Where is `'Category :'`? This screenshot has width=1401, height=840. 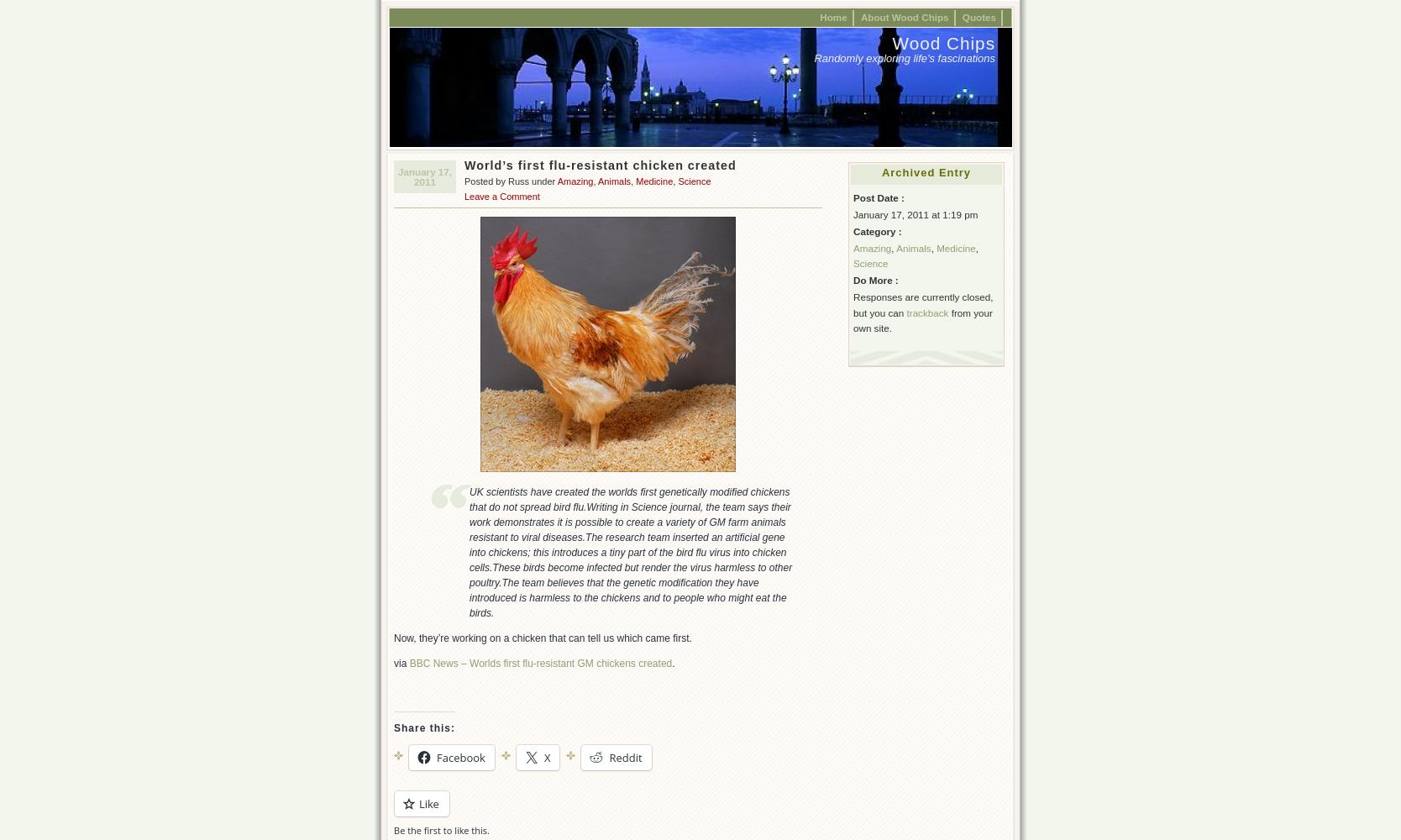
'Category :' is located at coordinates (853, 230).